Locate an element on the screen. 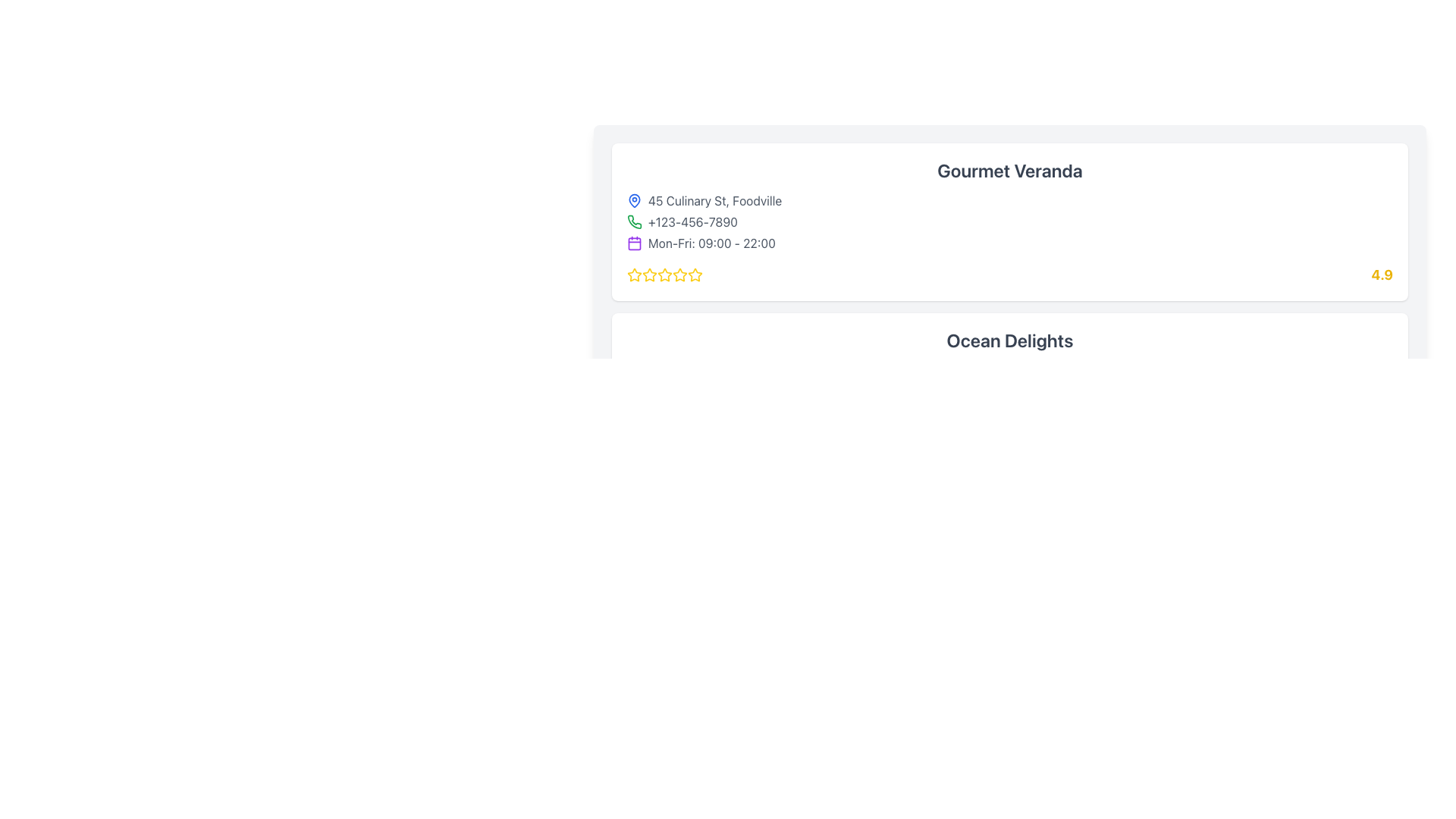  the visual state of the third star icon in the rating section of the Gourmet Veranda card is located at coordinates (665, 275).